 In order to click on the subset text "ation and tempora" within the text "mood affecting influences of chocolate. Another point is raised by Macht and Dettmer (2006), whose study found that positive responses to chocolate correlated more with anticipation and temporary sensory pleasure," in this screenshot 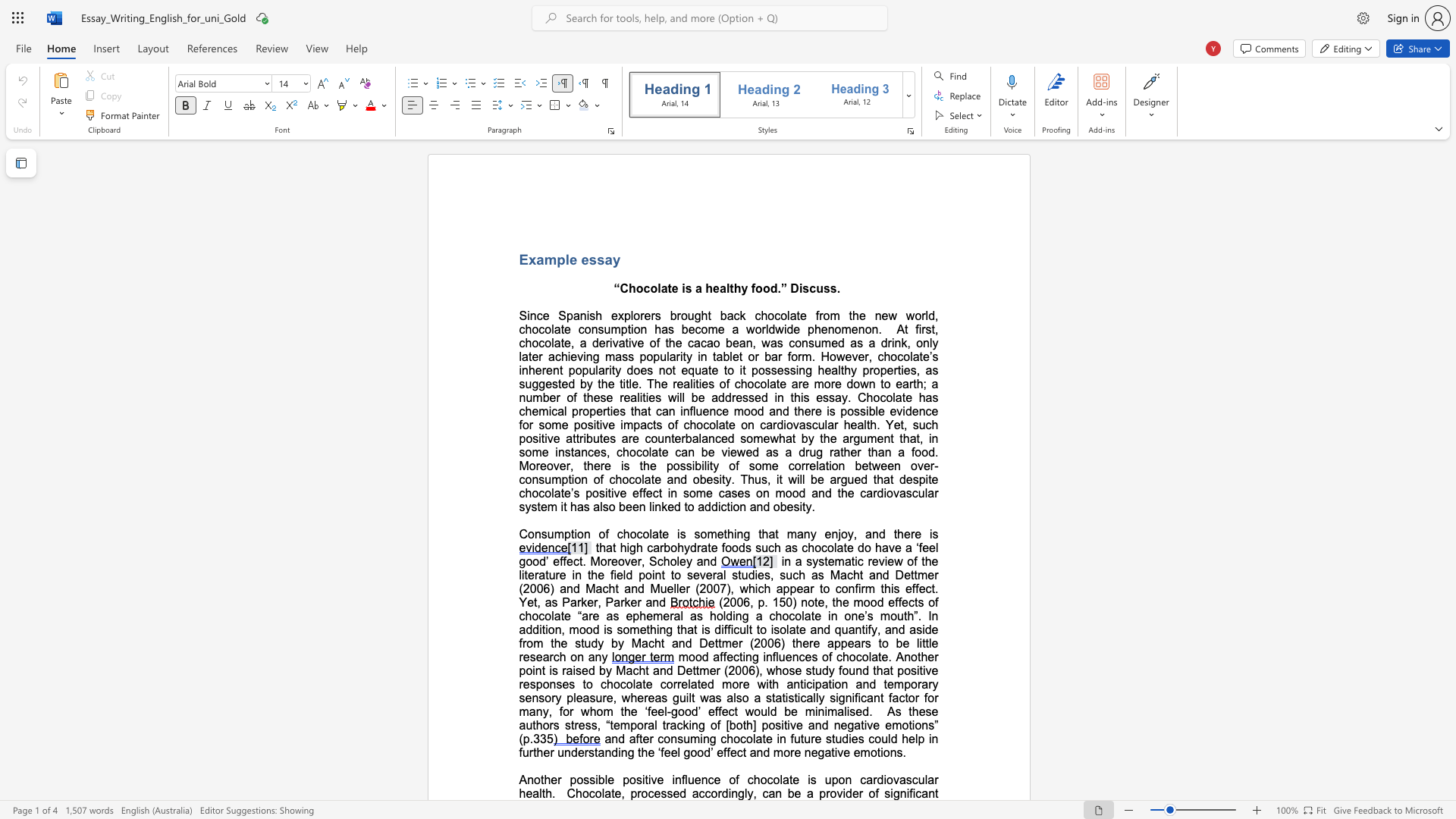, I will do `click(821, 684)`.